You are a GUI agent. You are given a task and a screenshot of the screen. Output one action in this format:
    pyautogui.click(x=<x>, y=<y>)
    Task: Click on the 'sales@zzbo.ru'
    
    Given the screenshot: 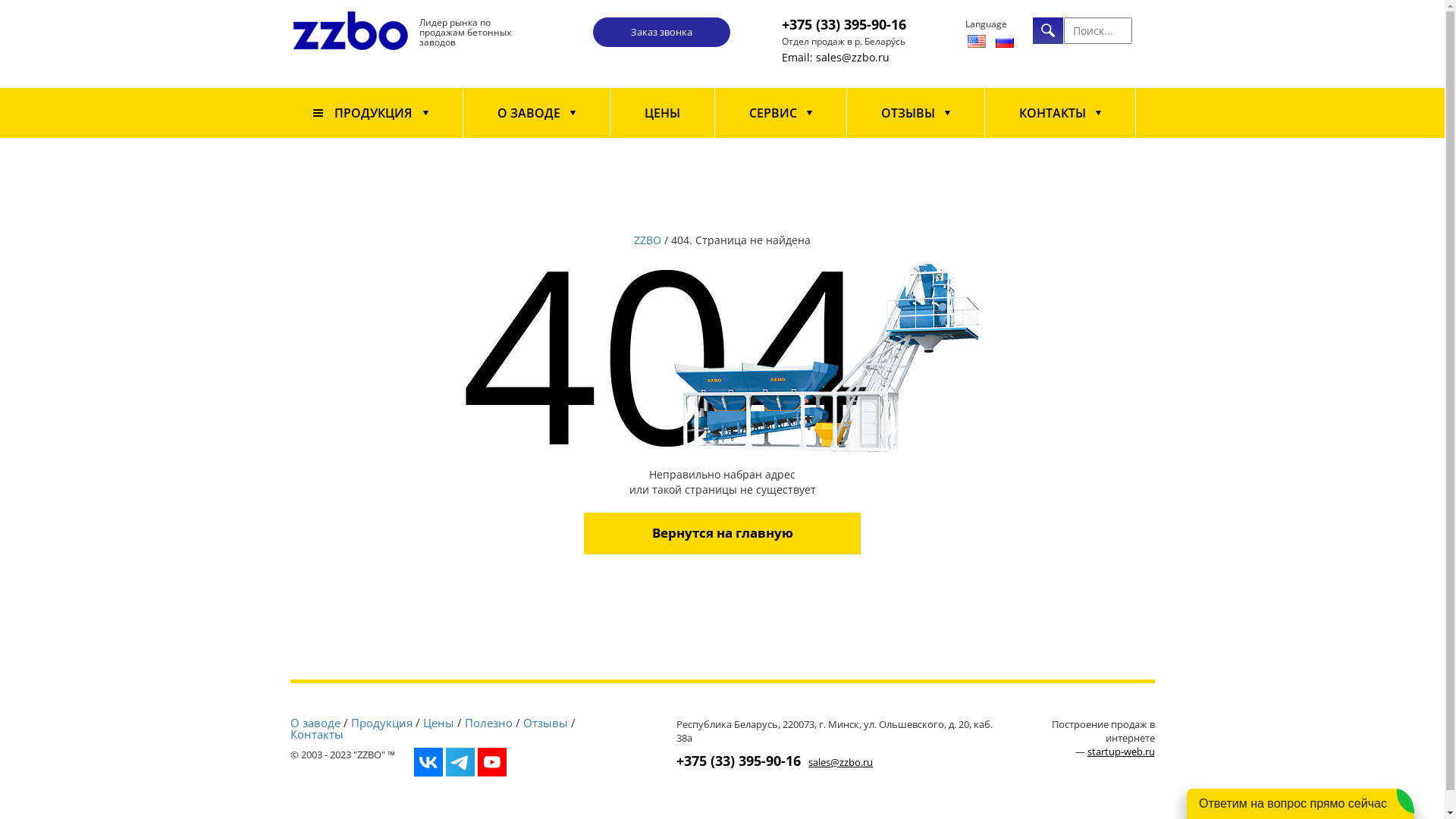 What is the action you would take?
    pyautogui.click(x=839, y=762)
    